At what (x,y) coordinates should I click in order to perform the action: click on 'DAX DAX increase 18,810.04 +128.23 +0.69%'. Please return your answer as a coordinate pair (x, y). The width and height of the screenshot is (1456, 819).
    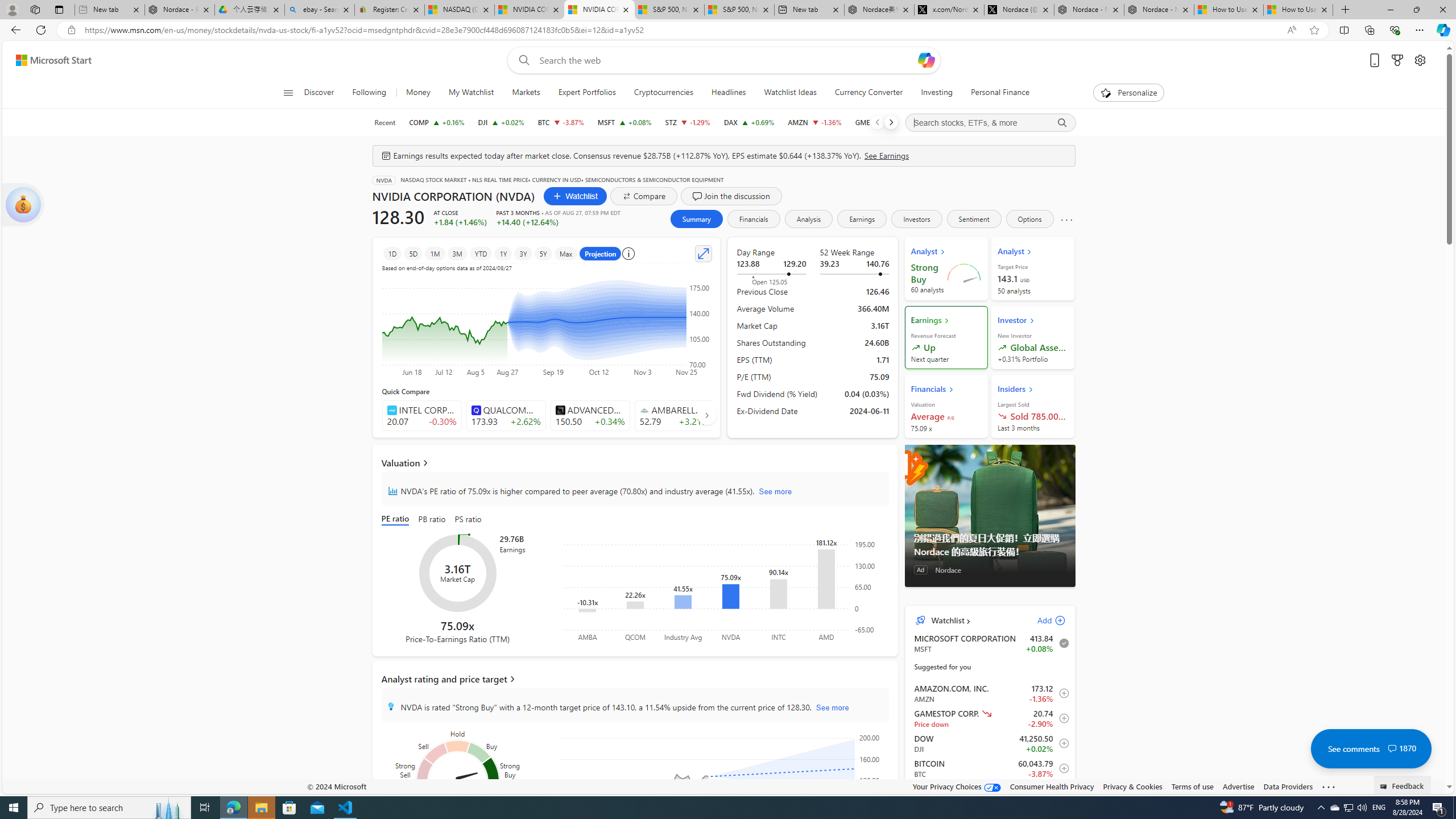
    Looking at the image, I should click on (748, 122).